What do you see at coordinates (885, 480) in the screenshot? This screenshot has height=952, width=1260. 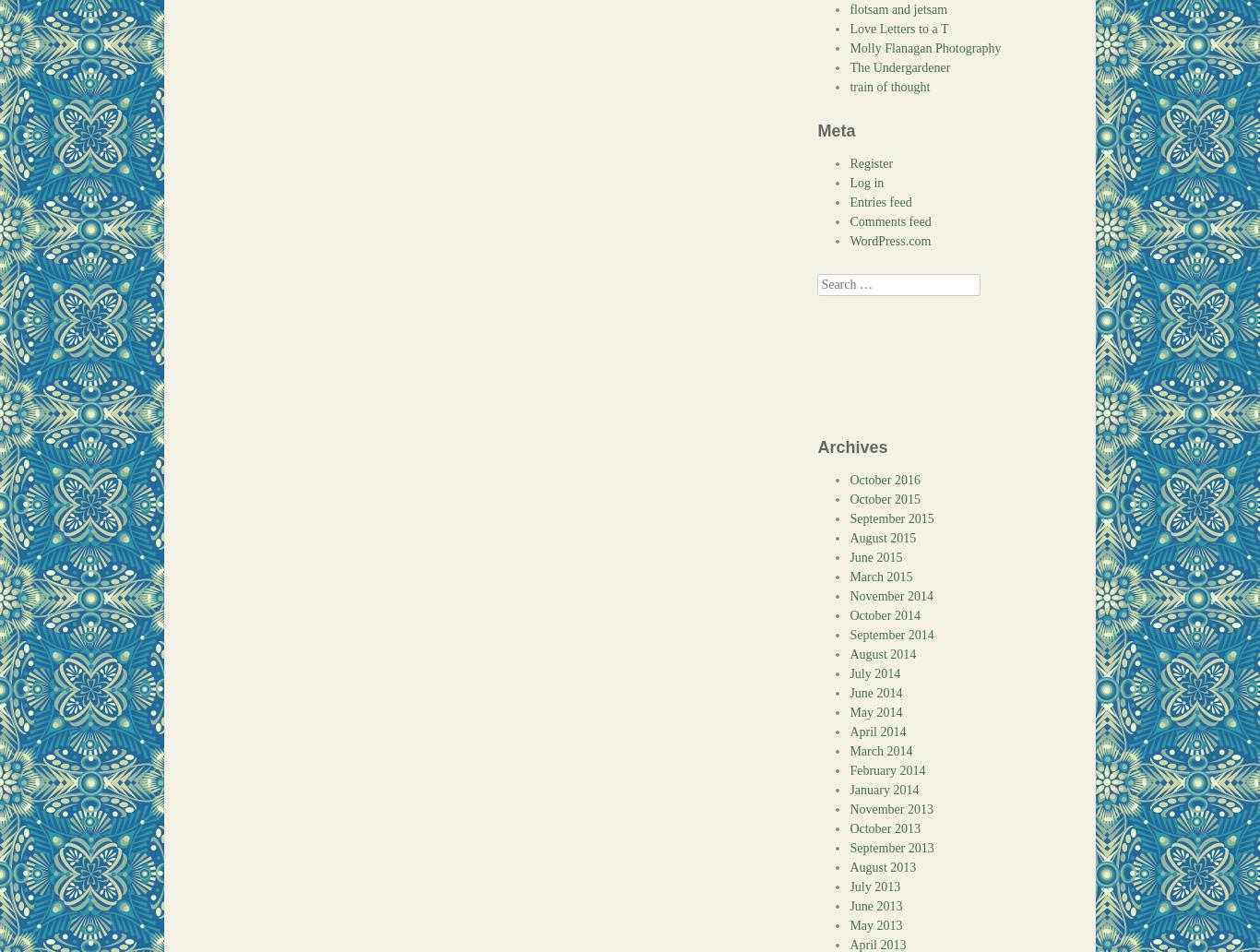 I see `'October 2016'` at bounding box center [885, 480].